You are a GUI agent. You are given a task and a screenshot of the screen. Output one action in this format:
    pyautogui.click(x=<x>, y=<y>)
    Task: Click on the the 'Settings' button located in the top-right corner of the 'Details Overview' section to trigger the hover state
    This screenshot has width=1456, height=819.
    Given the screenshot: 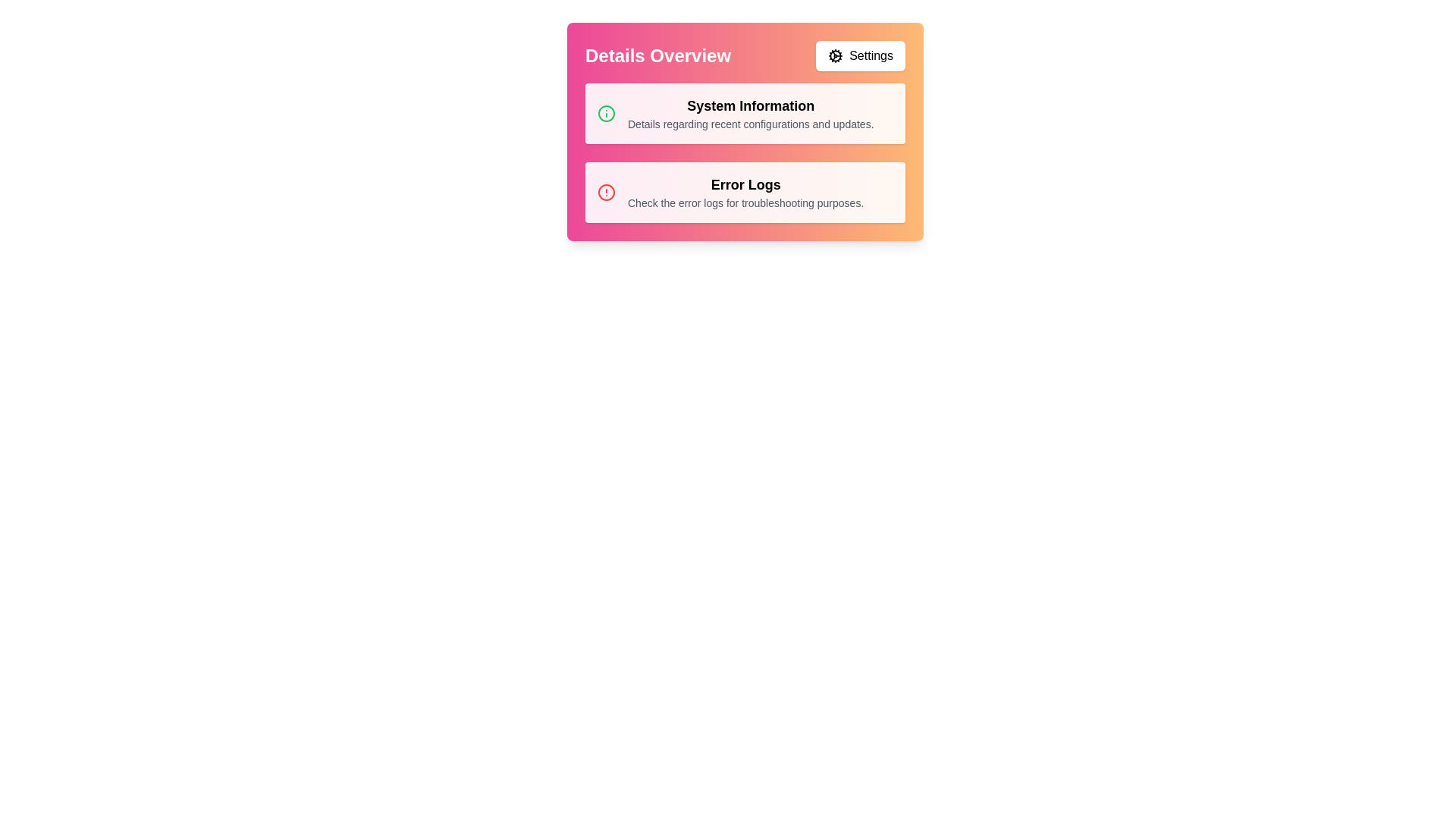 What is the action you would take?
    pyautogui.click(x=861, y=55)
    